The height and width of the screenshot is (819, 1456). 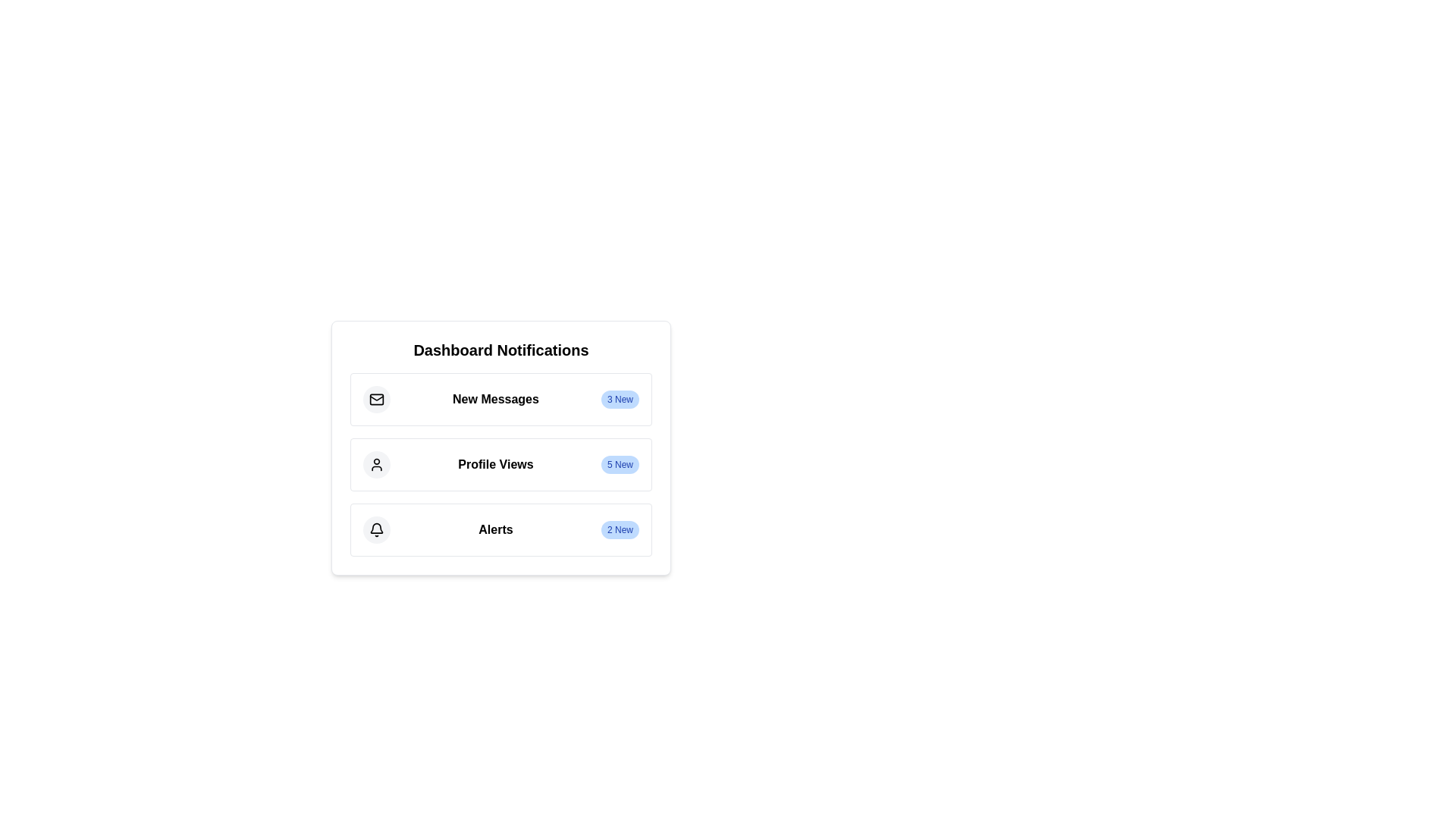 What do you see at coordinates (501, 464) in the screenshot?
I see `the Notification Item displaying 'Profile Views' with 5 new views, located between 'New Messages' and 'Alerts'` at bounding box center [501, 464].